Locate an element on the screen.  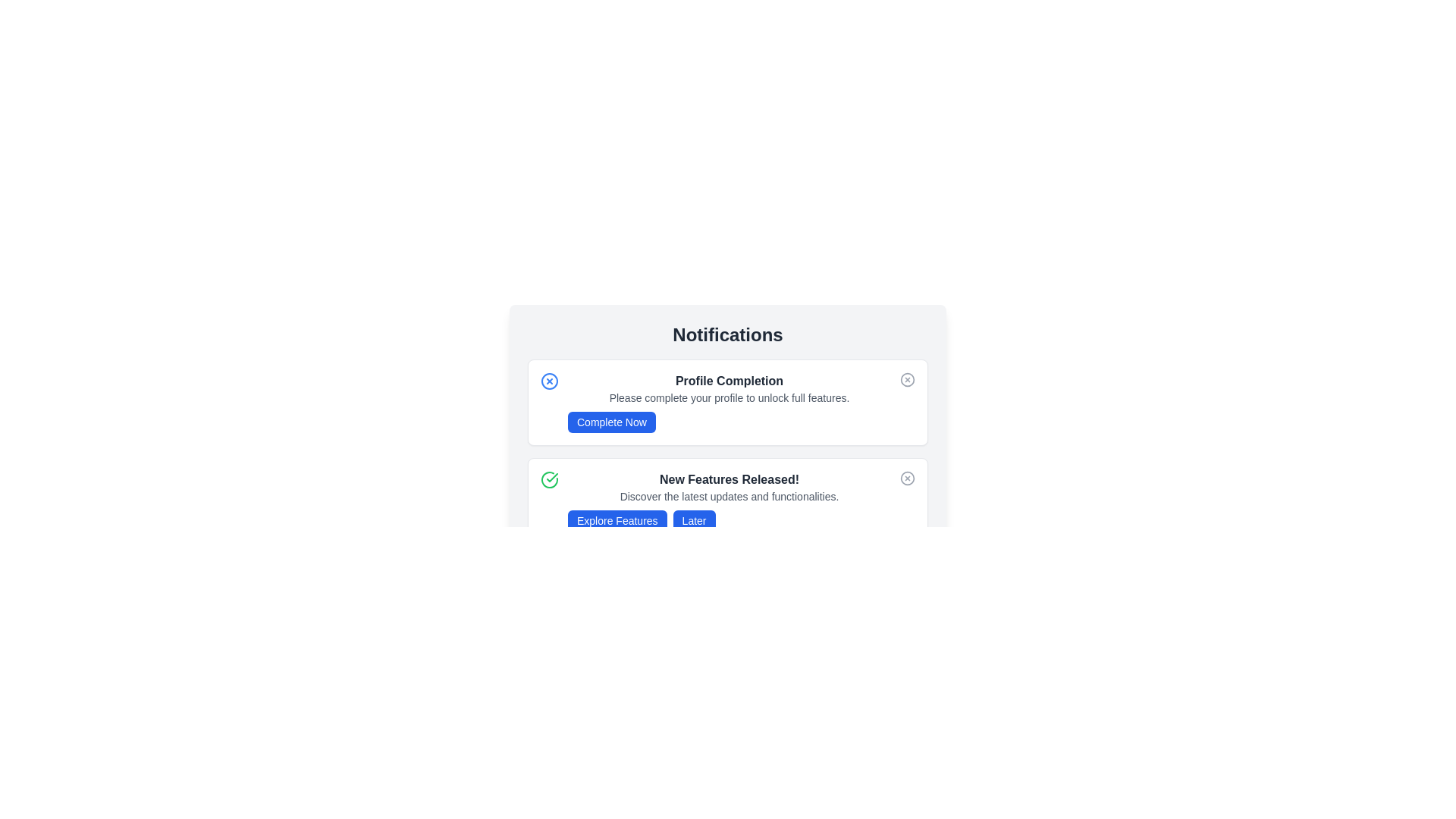
the notification icon to interact with it. Specify the notification type as success is located at coordinates (548, 479).